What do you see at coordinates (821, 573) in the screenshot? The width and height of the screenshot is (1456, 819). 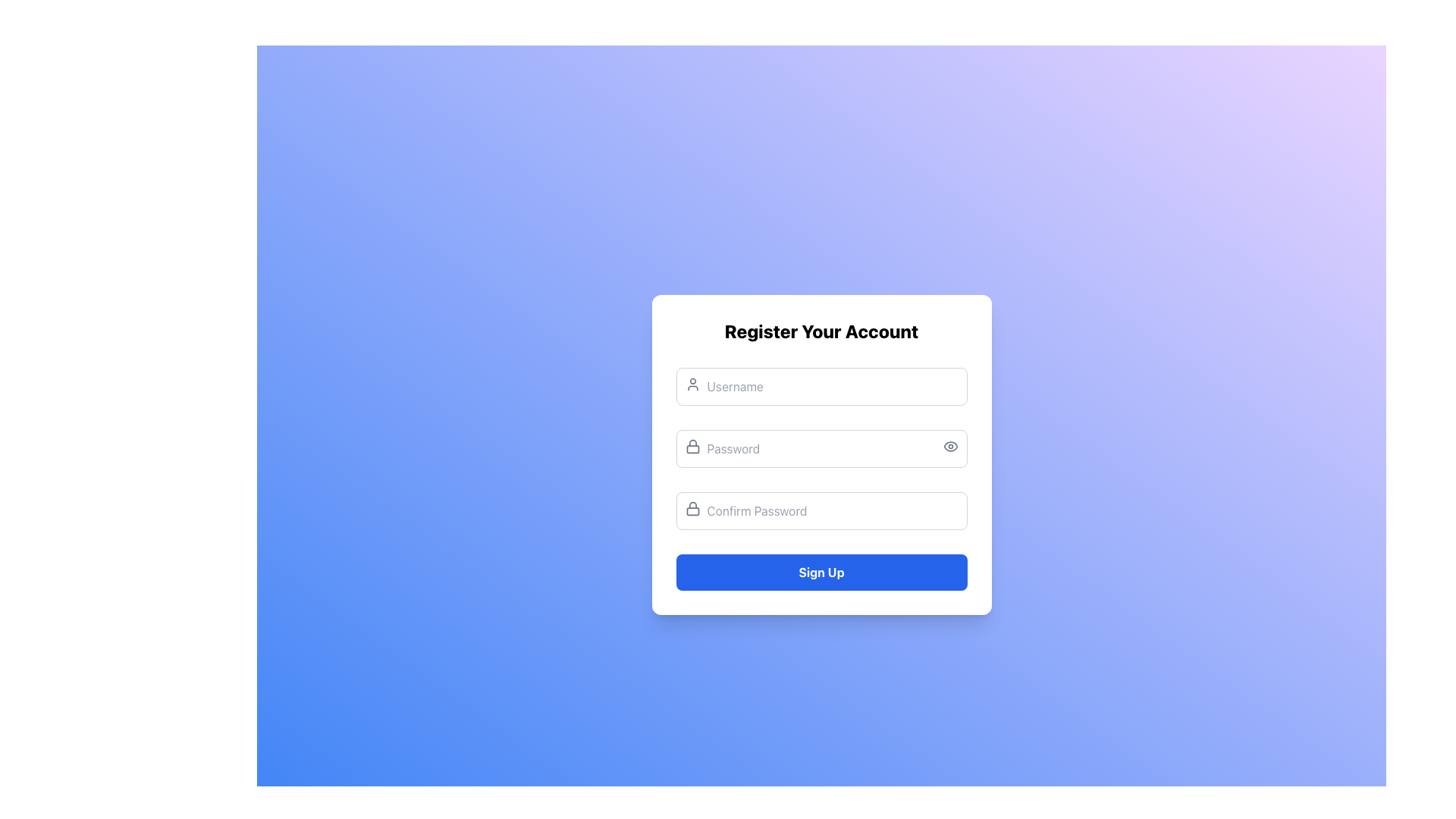 I see `the 'Sign Up' button, which is a rectangular button with a blue background and white bold text, located at the bottom of the form section for account registration` at bounding box center [821, 573].